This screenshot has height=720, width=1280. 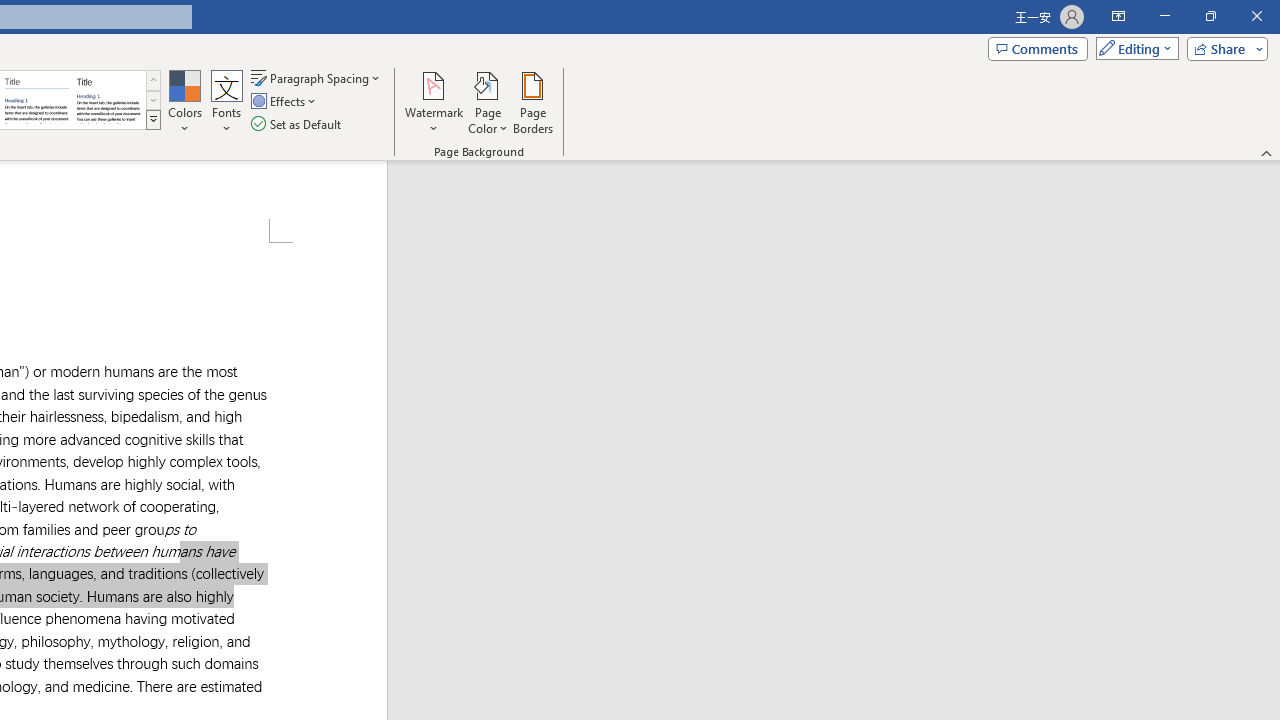 What do you see at coordinates (152, 120) in the screenshot?
I see `'Style Set'` at bounding box center [152, 120].